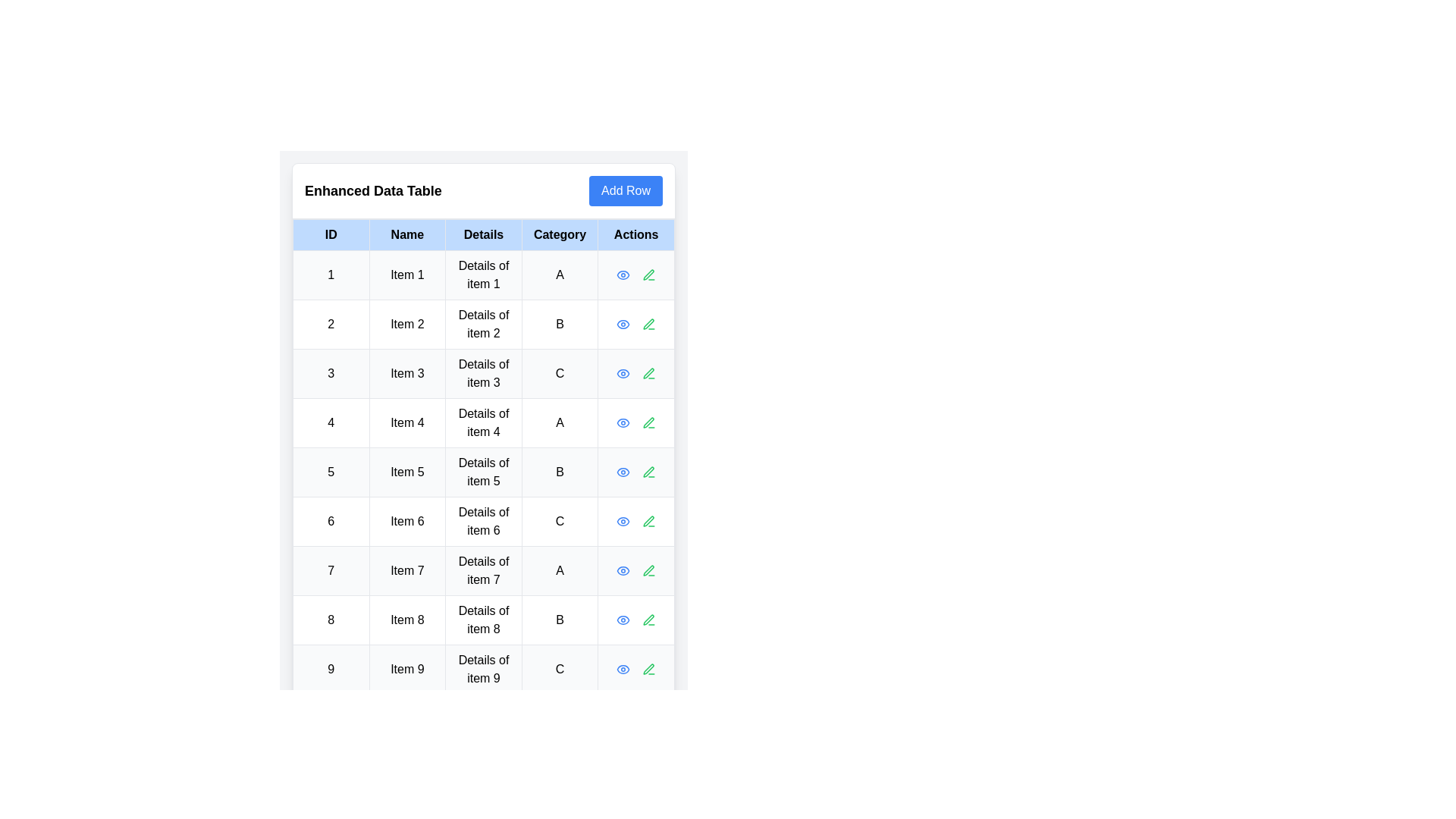  What do you see at coordinates (559, 423) in the screenshot?
I see `the static text element displaying the capital letter 'A' in the 'Category' column of the fourth row in the data table` at bounding box center [559, 423].